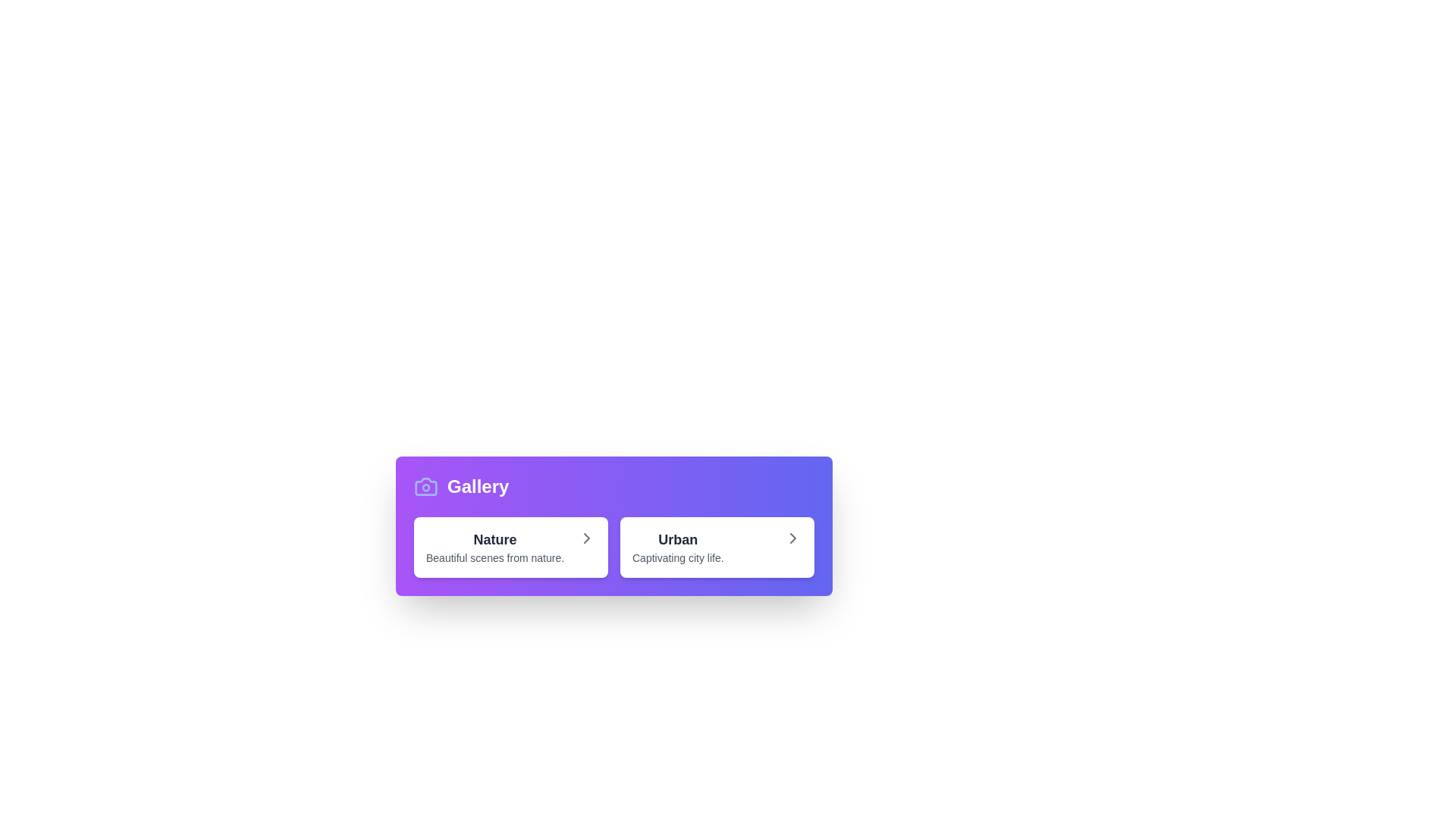 The height and width of the screenshot is (819, 1456). Describe the element at coordinates (494, 558) in the screenshot. I see `the text label displaying 'Beautiful scenes from nature.', which is styled with a smaller font size and gray color, located below the bold gray text 'Nature' in a card layout` at that location.